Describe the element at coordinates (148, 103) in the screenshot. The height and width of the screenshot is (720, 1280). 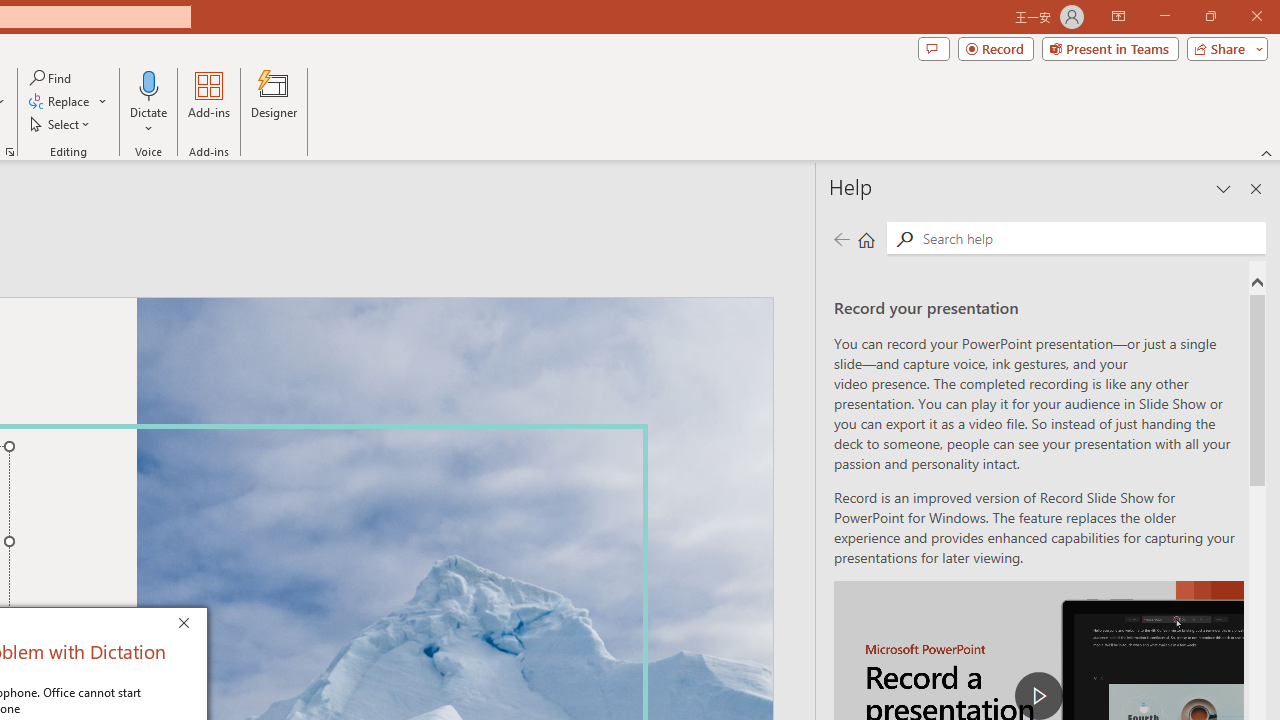
I see `'Dictate'` at that location.